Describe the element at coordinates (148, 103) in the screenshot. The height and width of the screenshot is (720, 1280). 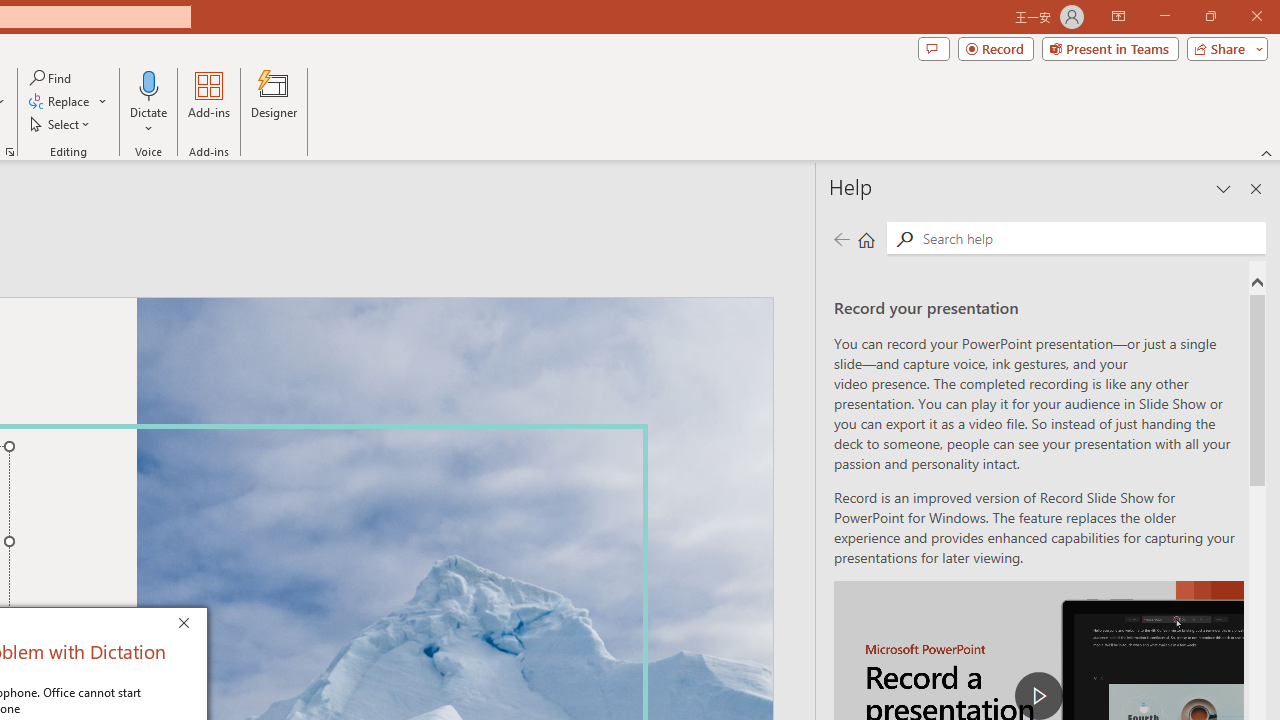
I see `'Dictate'` at that location.